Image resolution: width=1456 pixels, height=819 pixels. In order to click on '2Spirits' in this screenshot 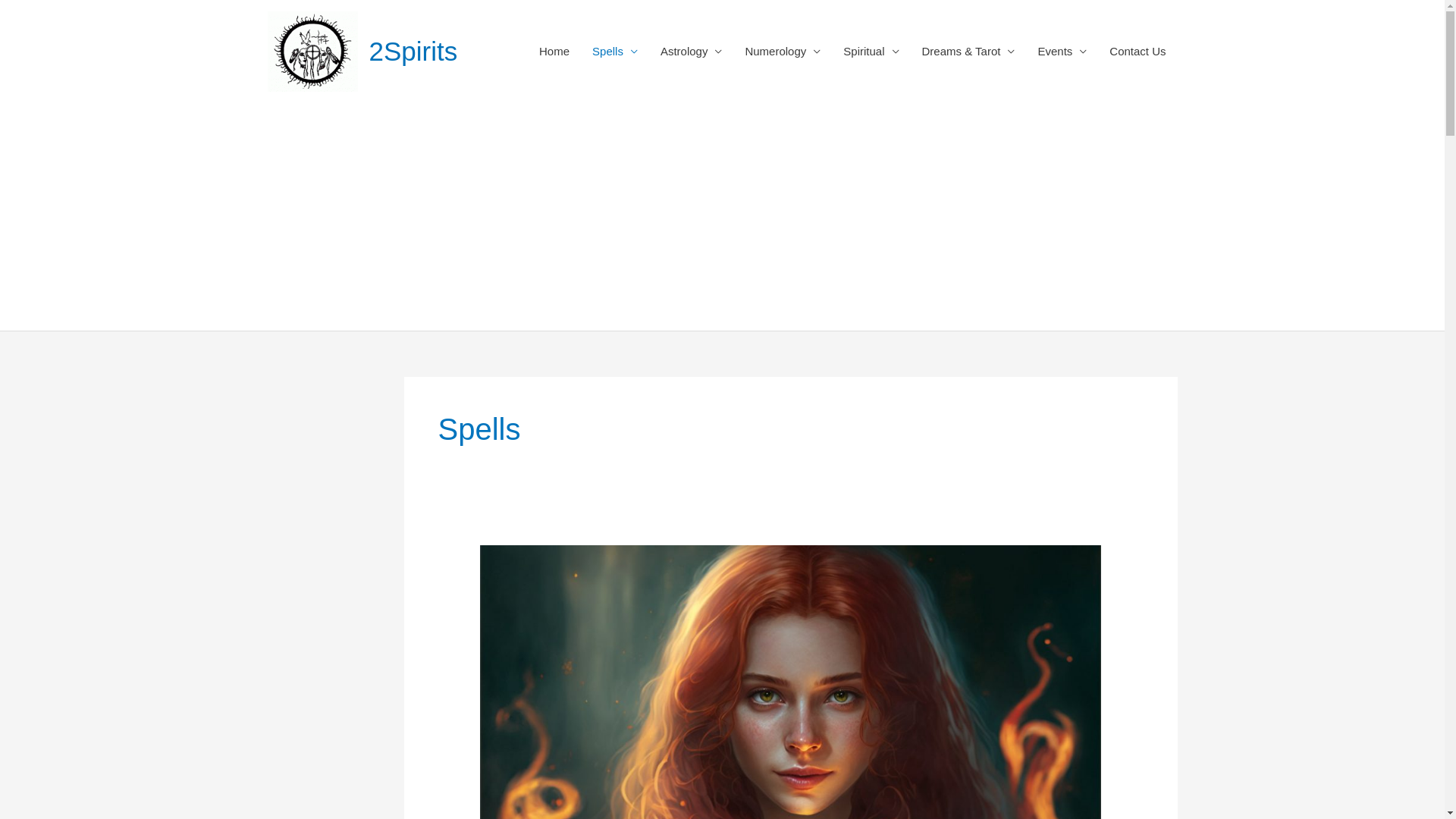, I will do `click(368, 50)`.